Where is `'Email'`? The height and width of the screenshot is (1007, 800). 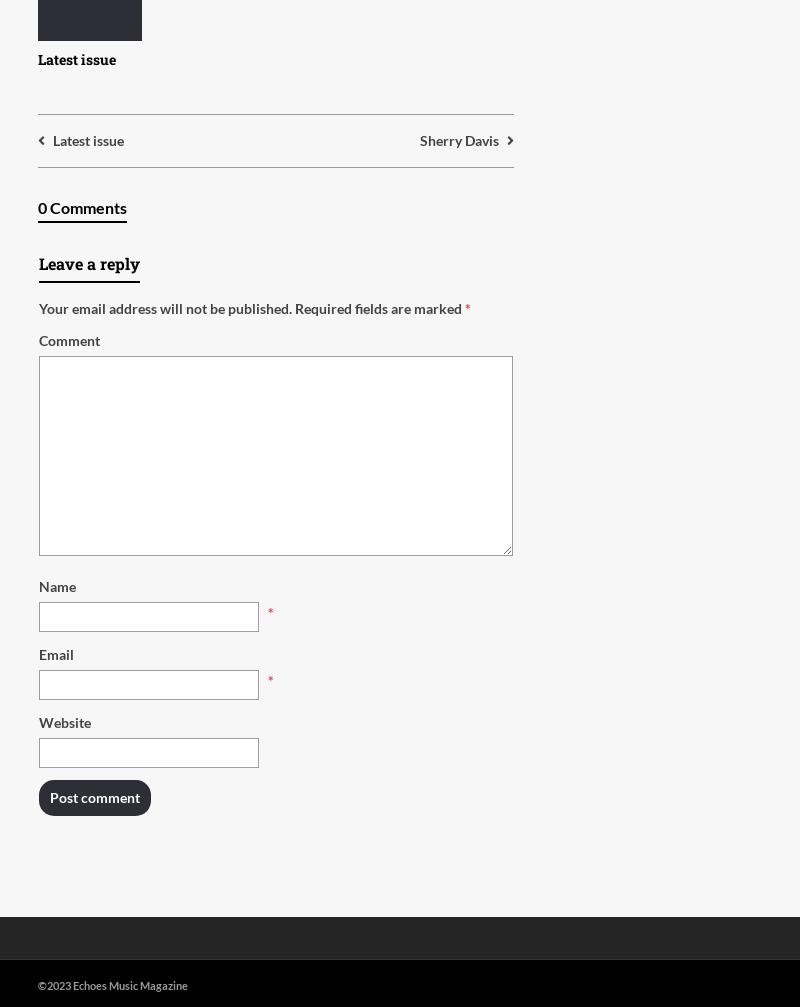 'Email' is located at coordinates (55, 653).